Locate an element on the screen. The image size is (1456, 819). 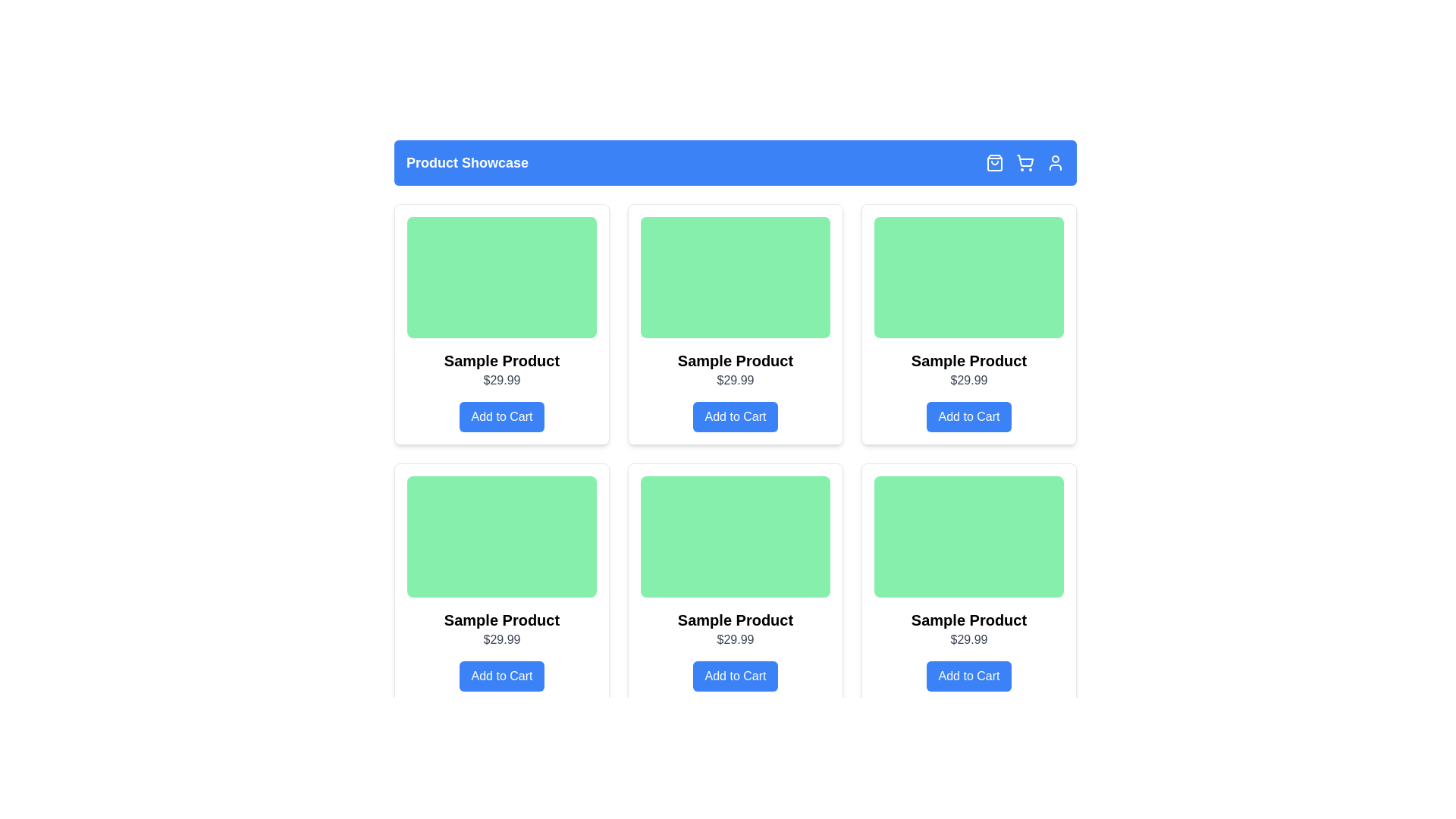
'Sample Product' text label displayed in bold font style, located beneath the green header area in the product card of the first row and first column, using developer tools is located at coordinates (502, 360).